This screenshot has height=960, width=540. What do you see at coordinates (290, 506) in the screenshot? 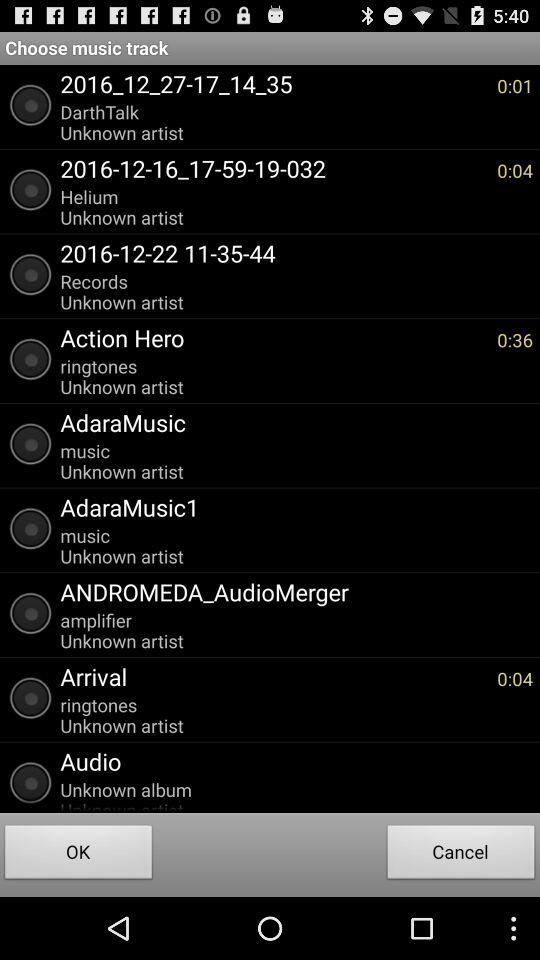
I see `icon above music` at bounding box center [290, 506].